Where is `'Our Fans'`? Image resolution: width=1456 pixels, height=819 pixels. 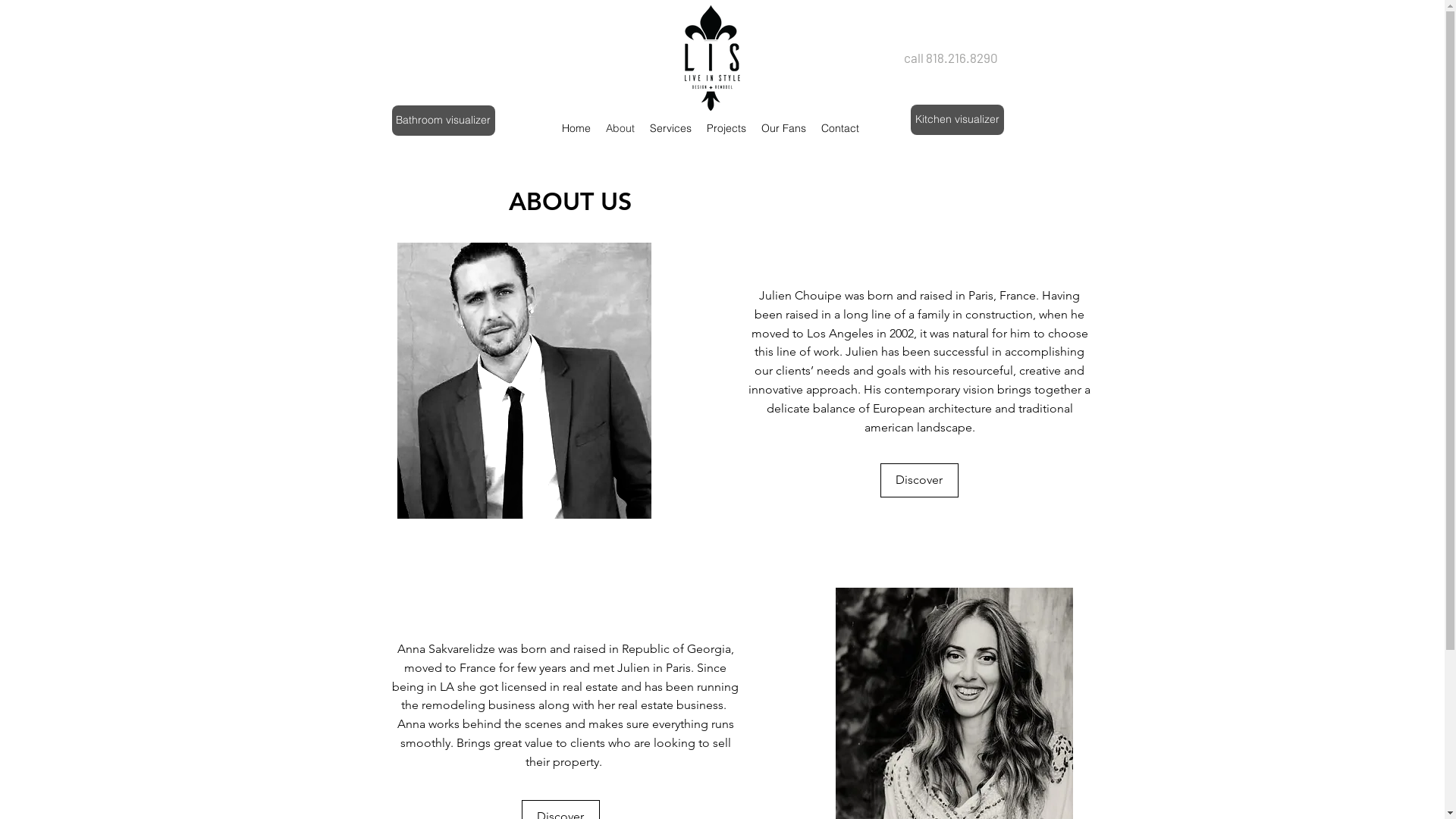 'Our Fans' is located at coordinates (753, 127).